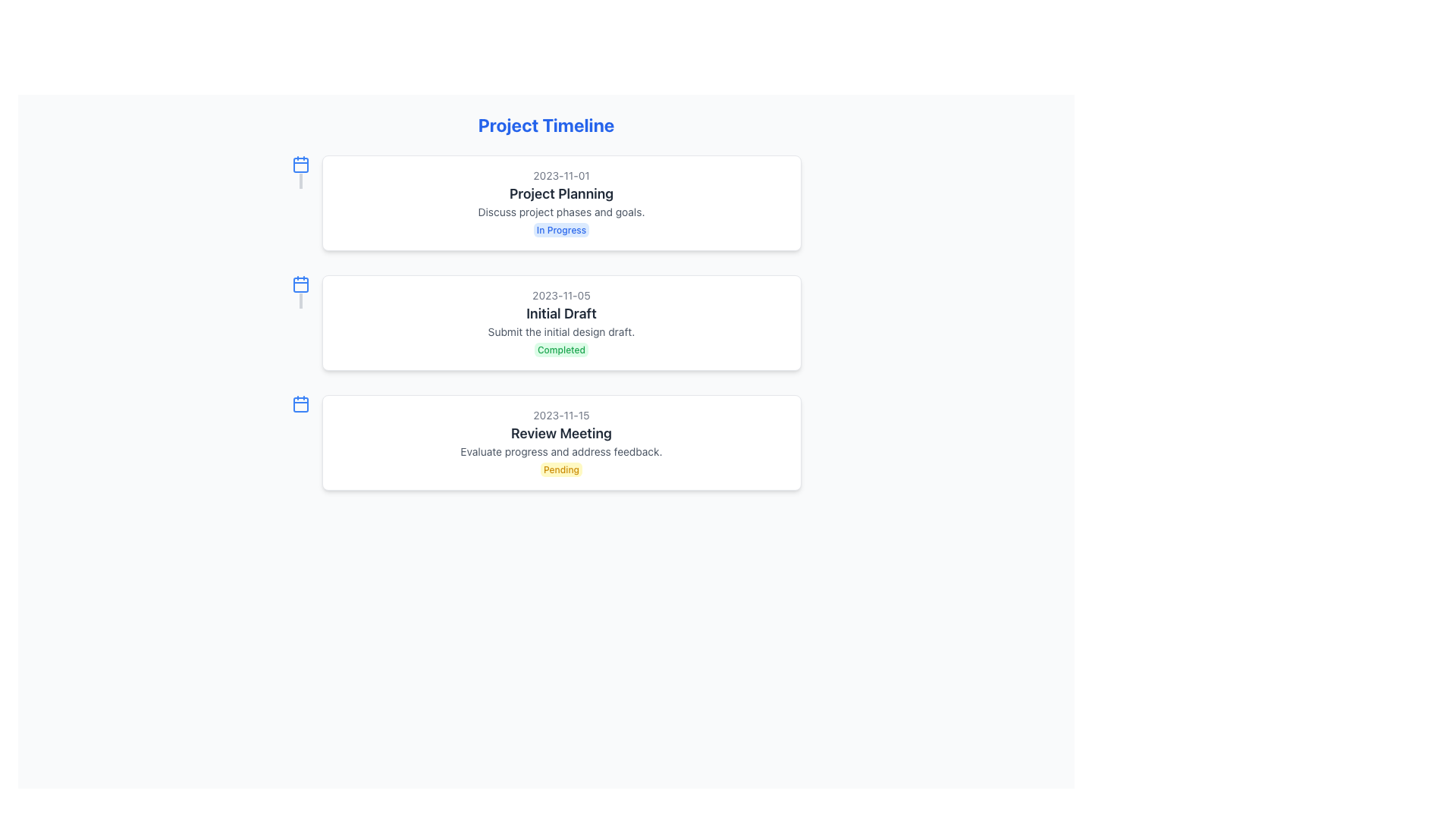 This screenshot has height=819, width=1456. What do you see at coordinates (300, 403) in the screenshot?
I see `the calendar icon indicating the 'Review Meeting' date, located on the left side of the 'Review Meeting' section, which is the third item in the vertical timeline` at bounding box center [300, 403].